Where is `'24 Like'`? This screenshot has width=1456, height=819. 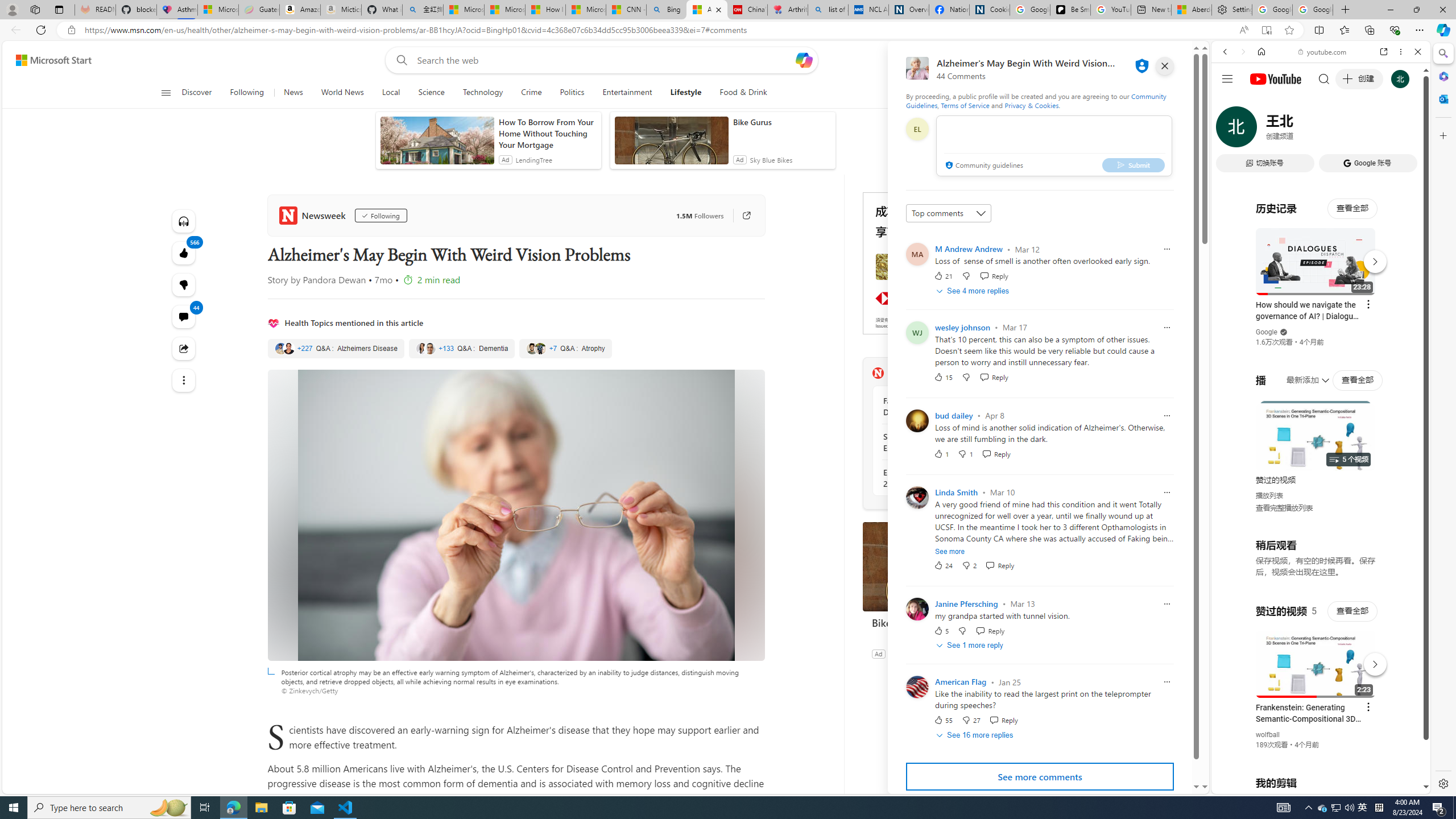
'24 Like' is located at coordinates (942, 564).